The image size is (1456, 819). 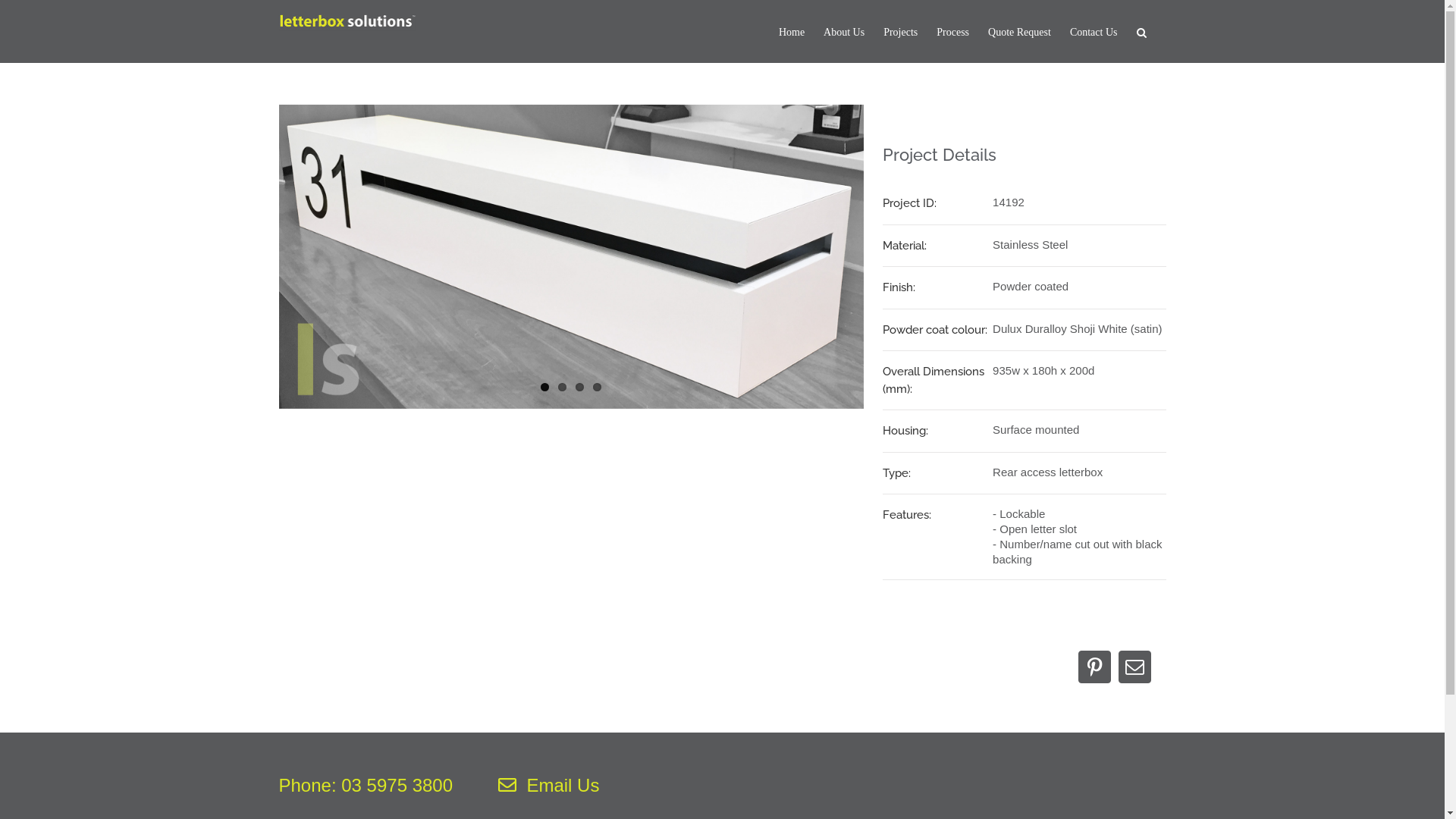 What do you see at coordinates (790, 31) in the screenshot?
I see `'Home'` at bounding box center [790, 31].